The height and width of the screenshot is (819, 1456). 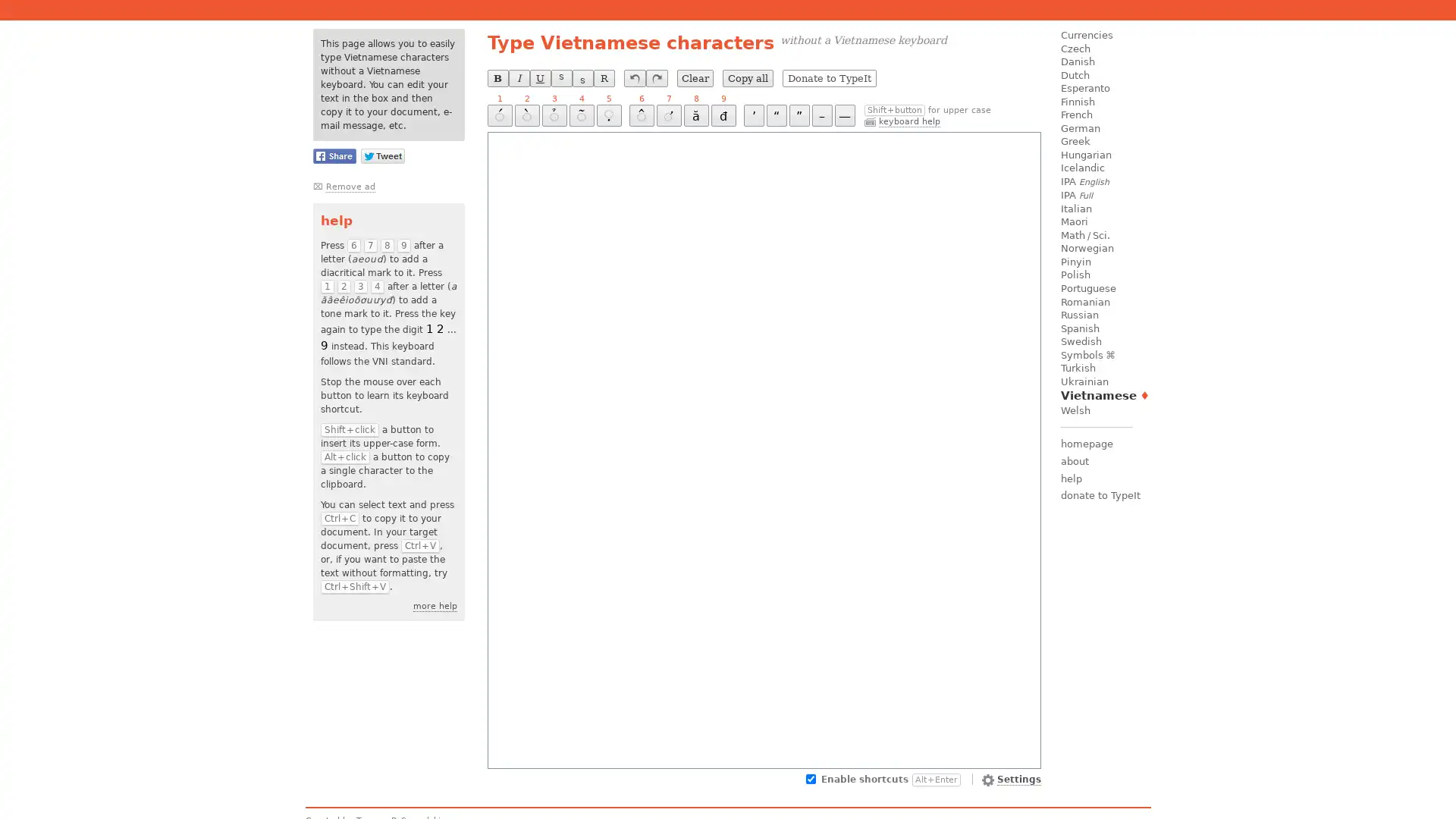 What do you see at coordinates (499, 115) in the screenshot?
I see `1` at bounding box center [499, 115].